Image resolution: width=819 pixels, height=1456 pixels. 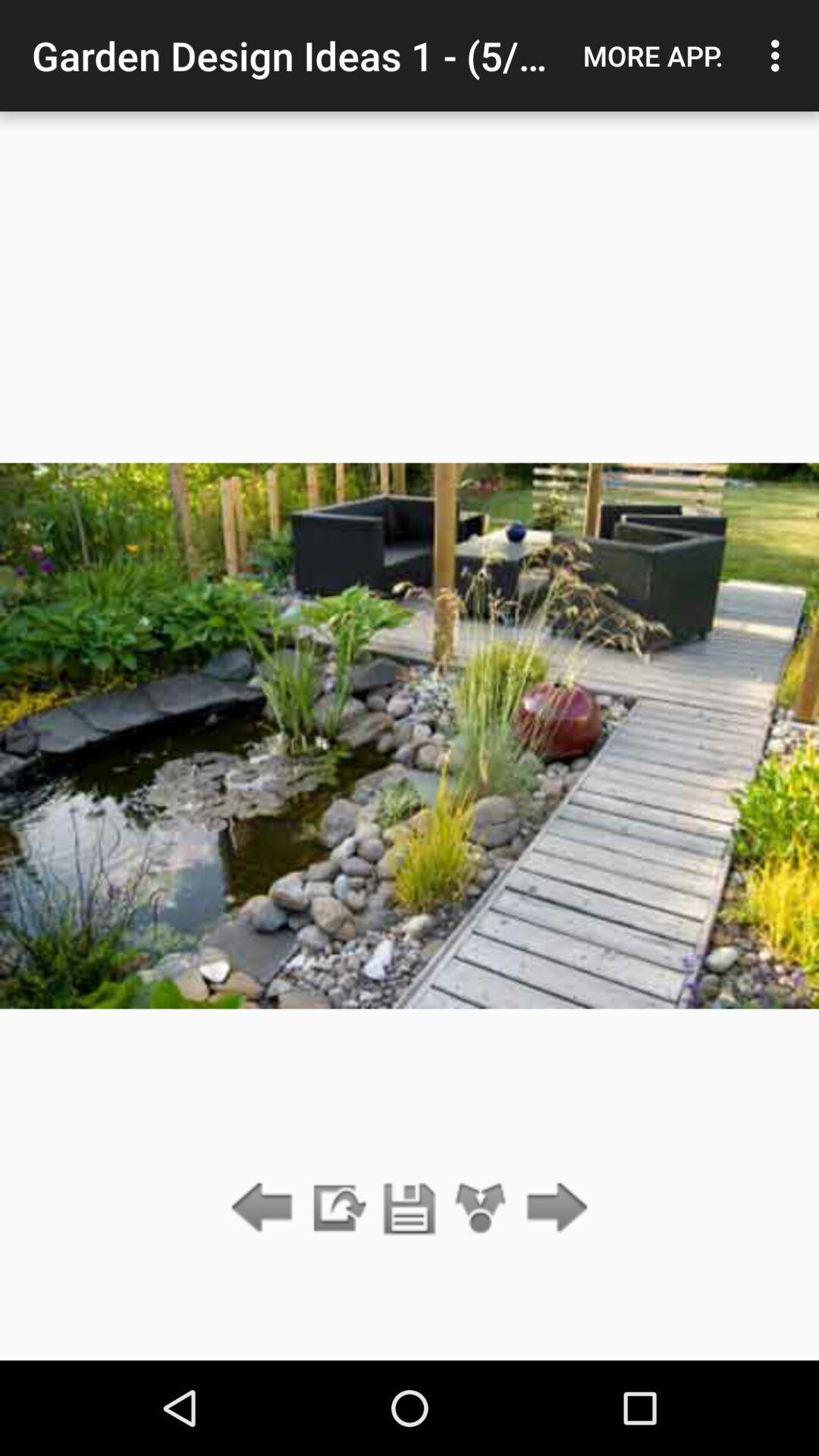 What do you see at coordinates (553, 1208) in the screenshot?
I see `for next` at bounding box center [553, 1208].